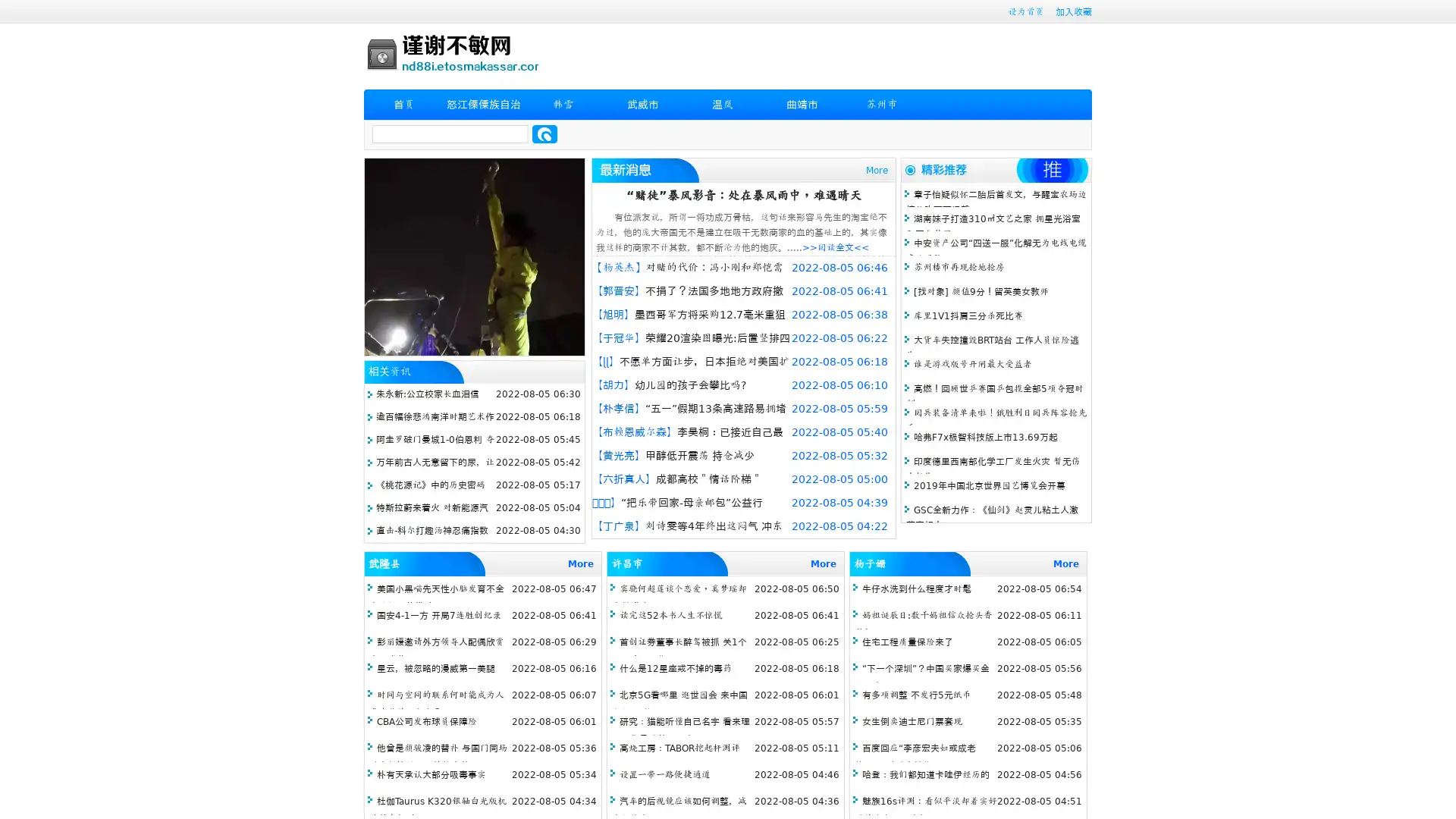 The image size is (1456, 819). I want to click on Search, so click(544, 133).